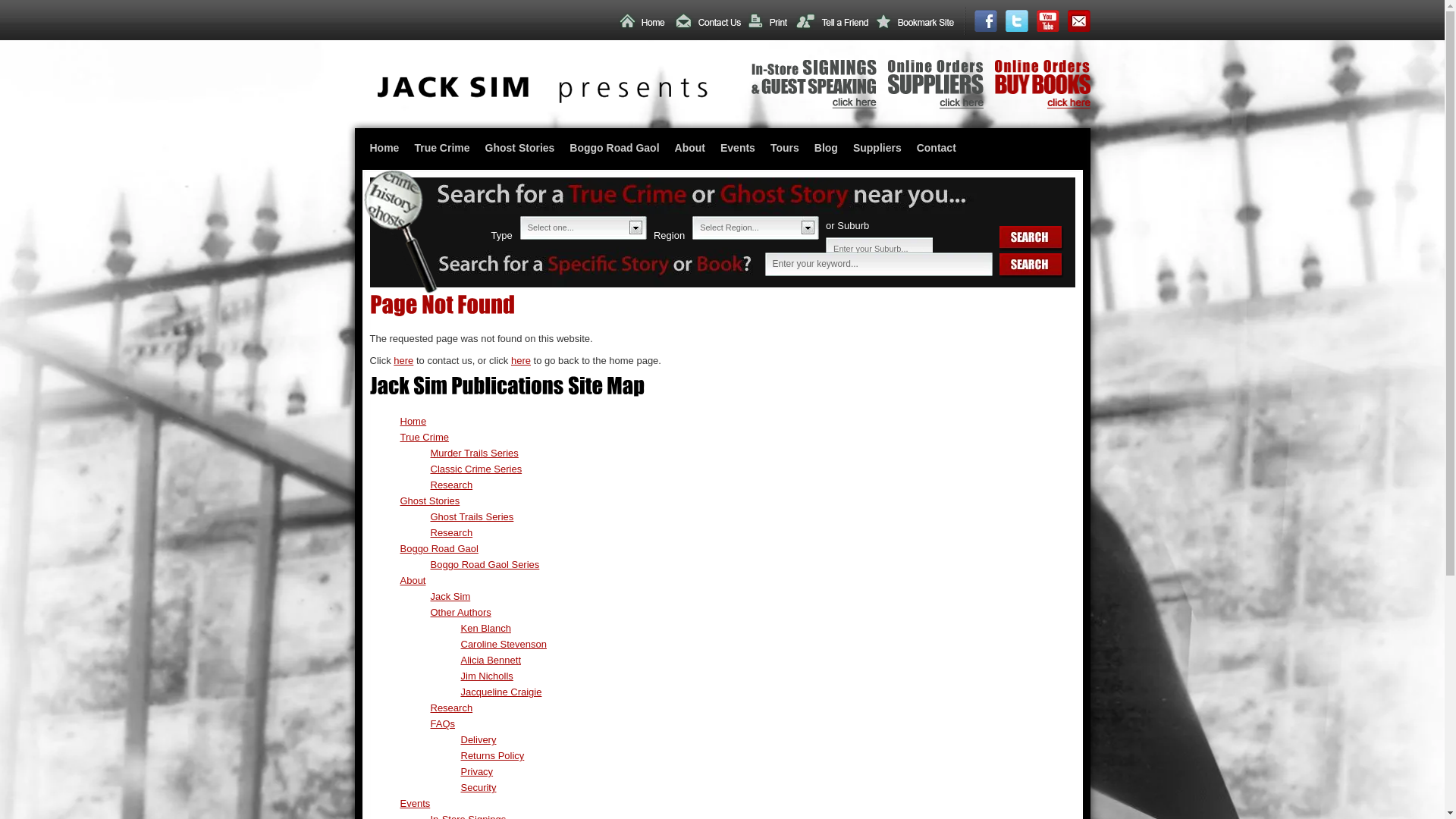 This screenshot has width=1456, height=819. What do you see at coordinates (560, 149) in the screenshot?
I see `'Boggo Road Gaol'` at bounding box center [560, 149].